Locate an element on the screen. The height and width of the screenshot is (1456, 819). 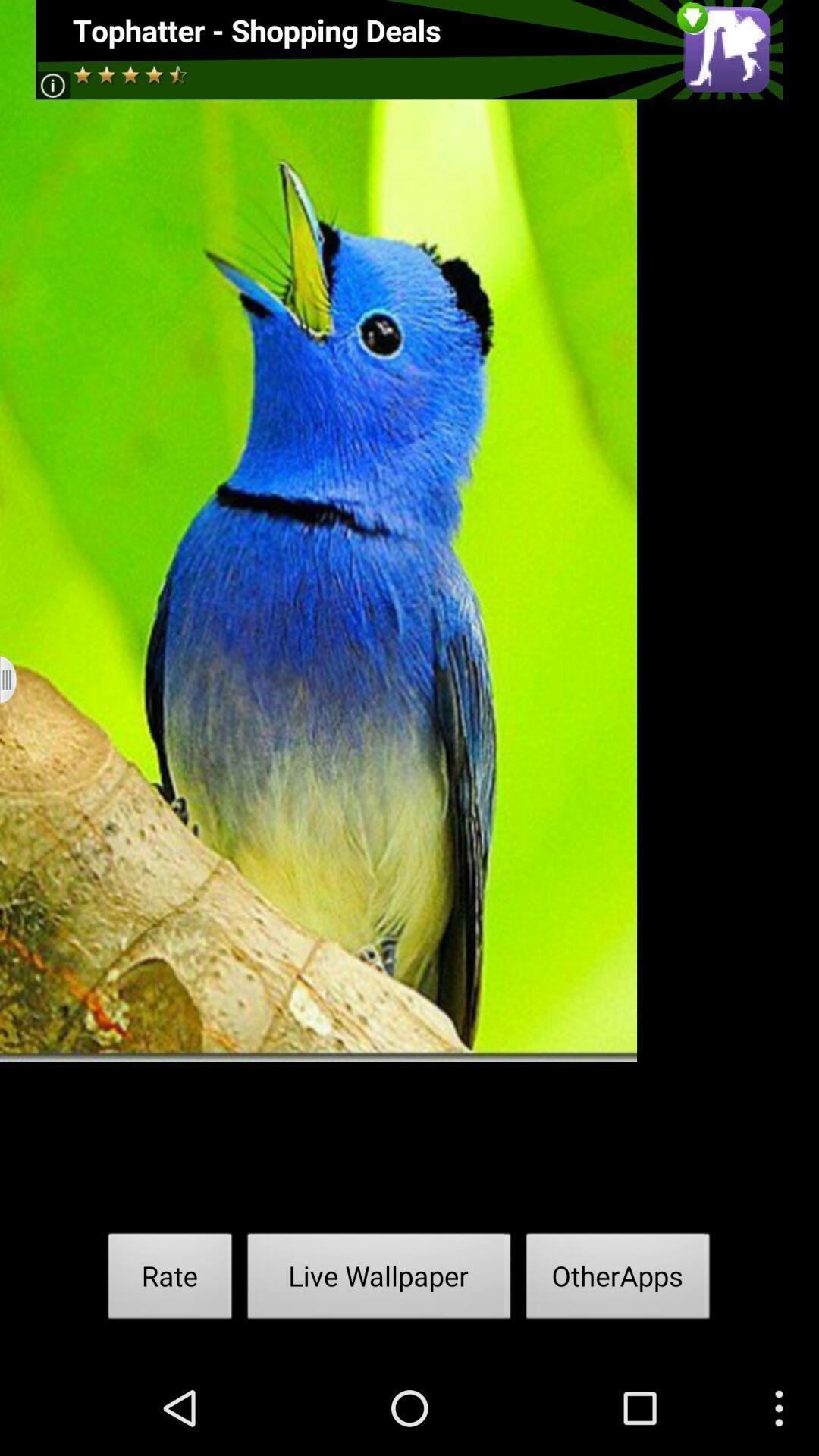
previous button is located at coordinates (17, 679).